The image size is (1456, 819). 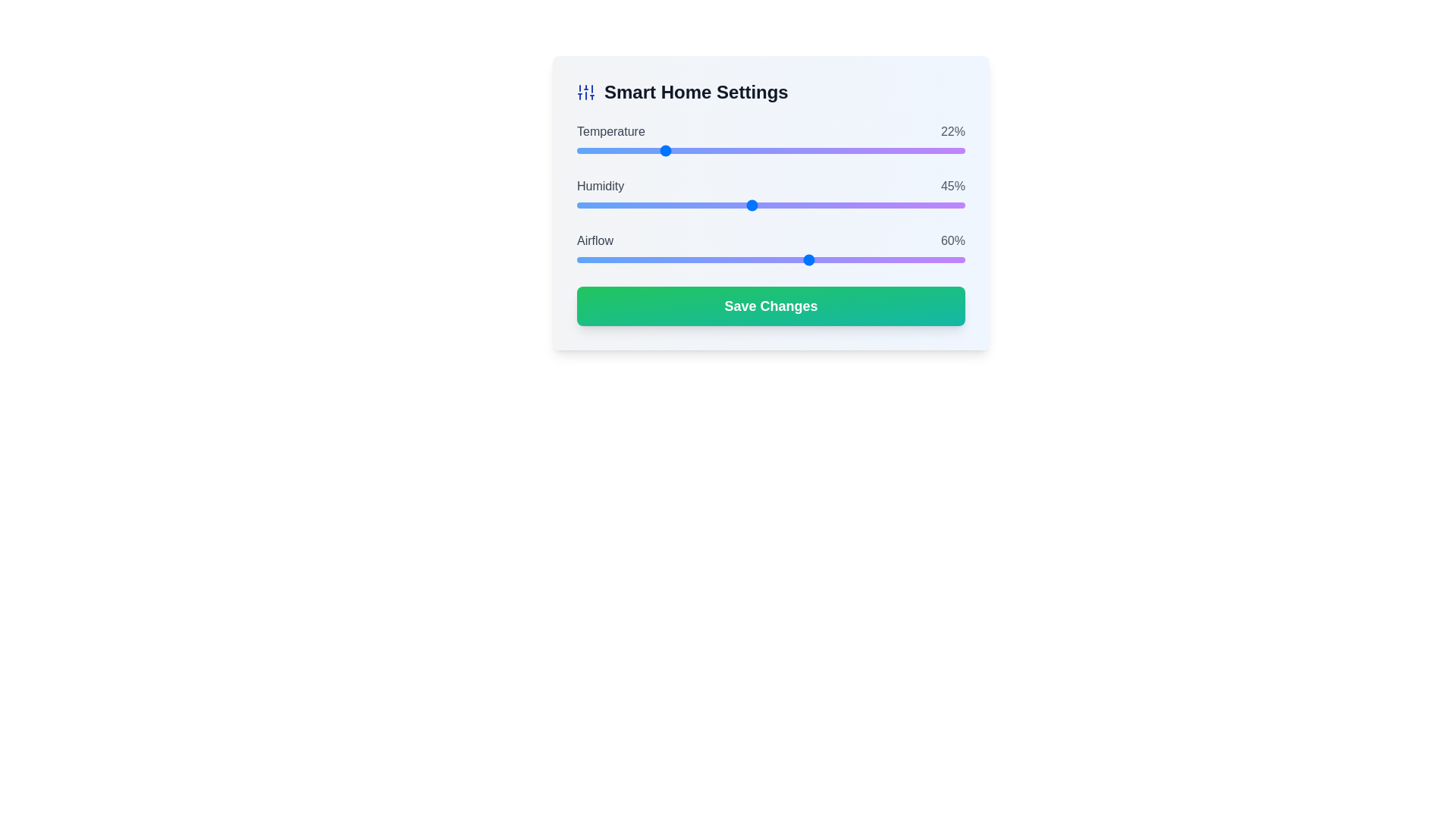 I want to click on the range slider handle located slightly right of center, so click(x=771, y=205).